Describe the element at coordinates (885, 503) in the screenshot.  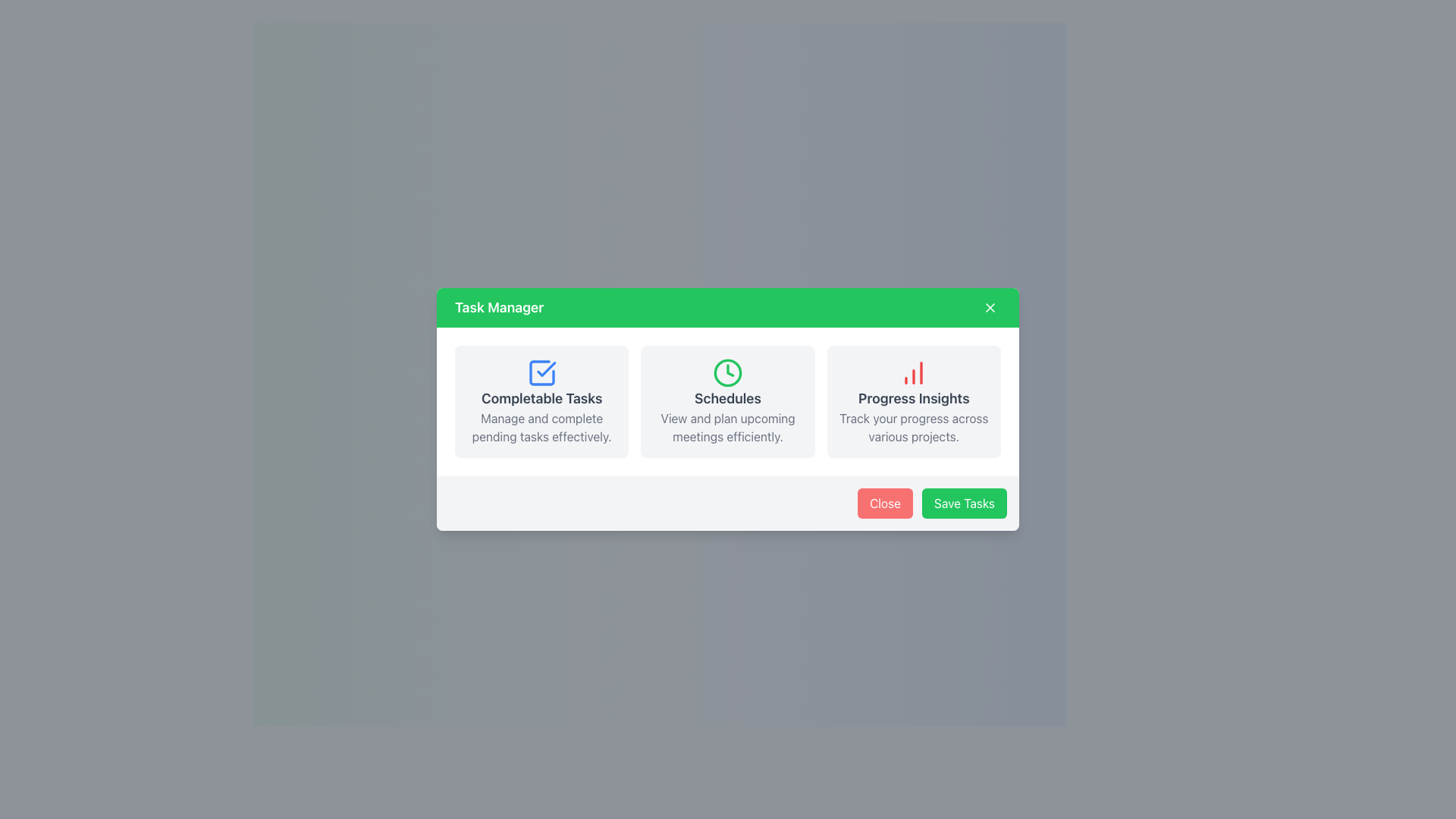
I see `the close button located in the lower-right section of the modal, specifically to the left of the 'Save Tasks' button, to trigger the hover effect` at that location.